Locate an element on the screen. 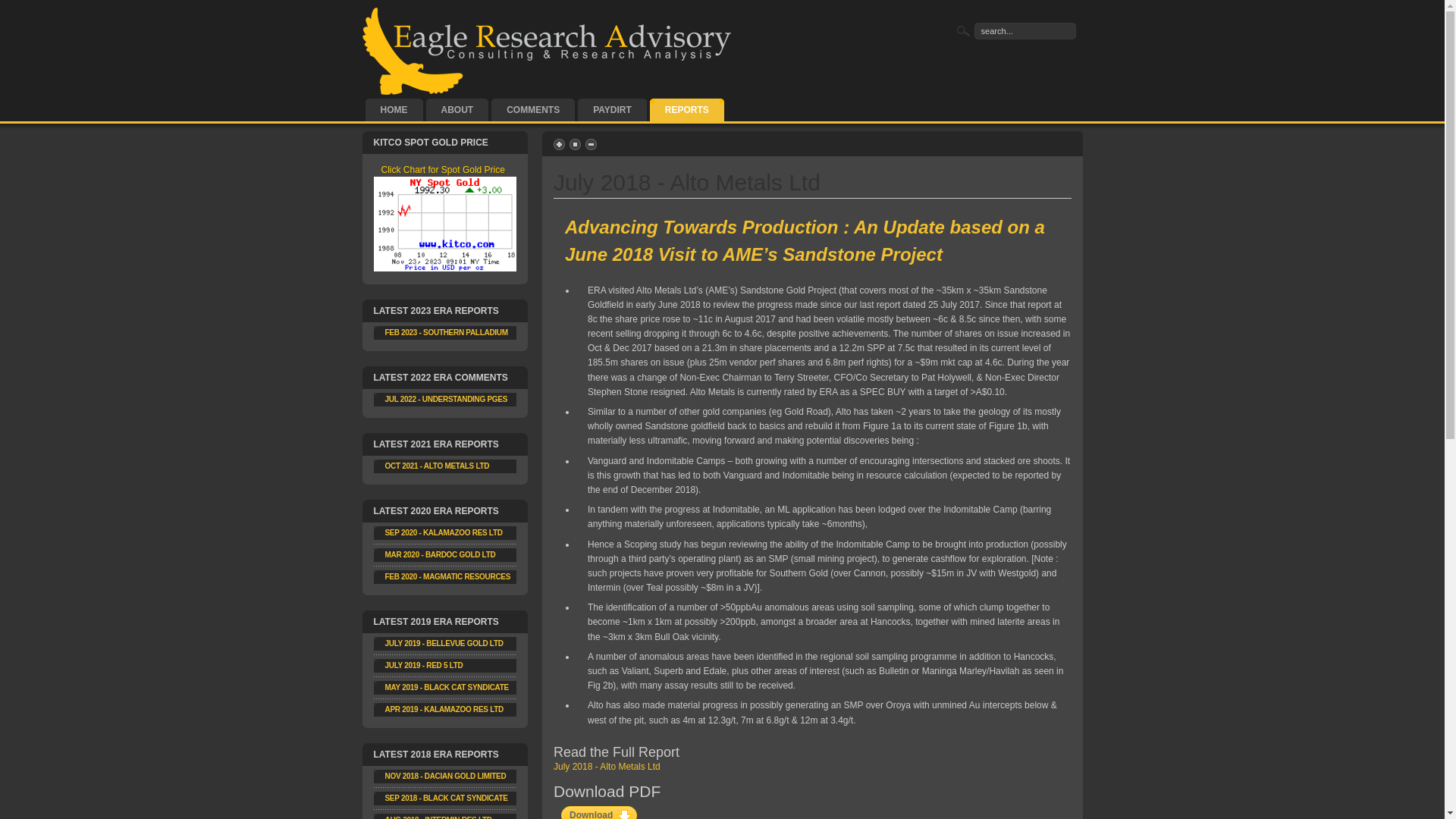 The height and width of the screenshot is (819, 1456). 'SEP 2018 - BLACK CAT SYNDICATE' is located at coordinates (446, 797).